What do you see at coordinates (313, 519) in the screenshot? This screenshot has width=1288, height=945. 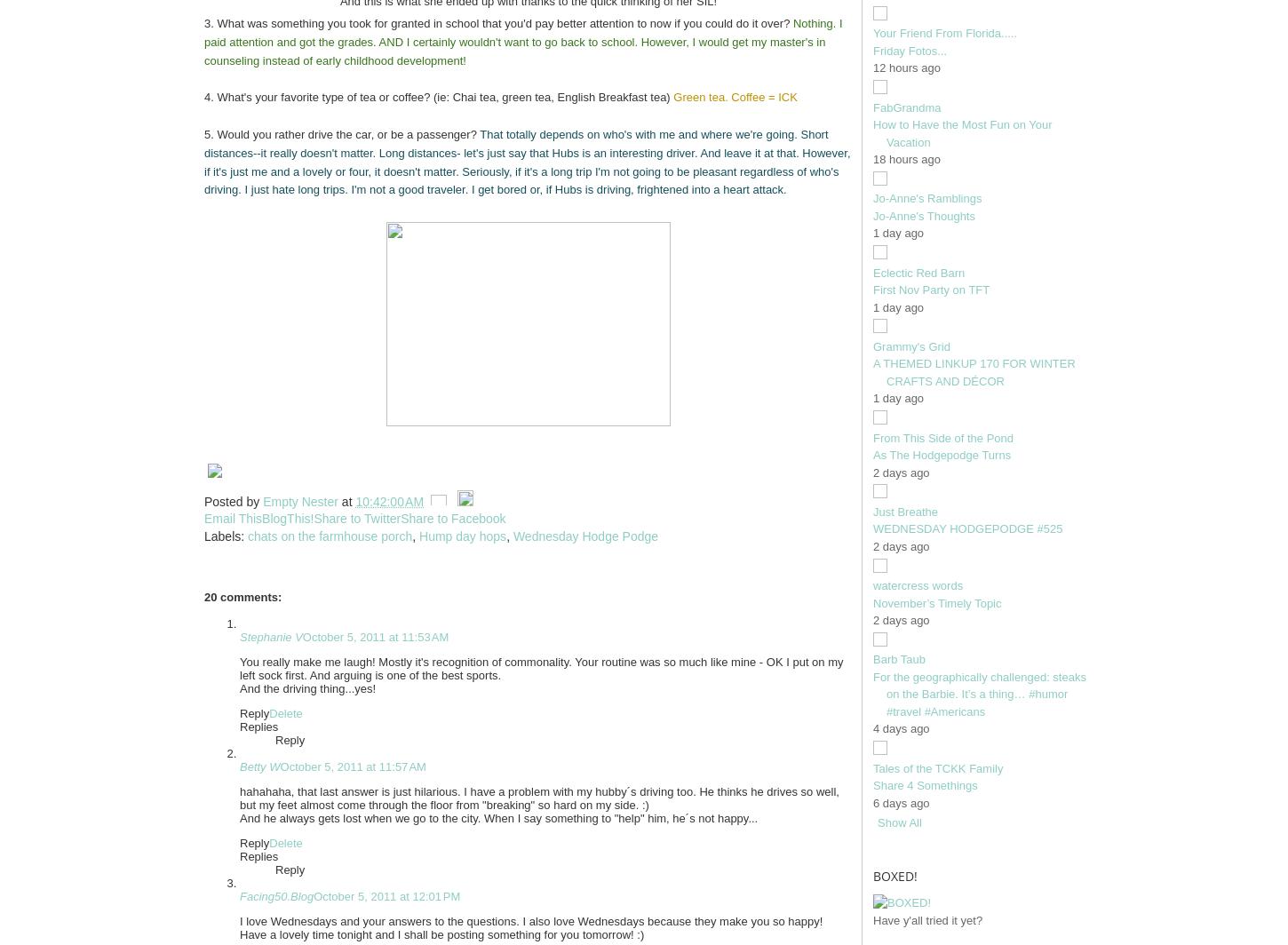 I see `'Share to Twitter'` at bounding box center [313, 519].